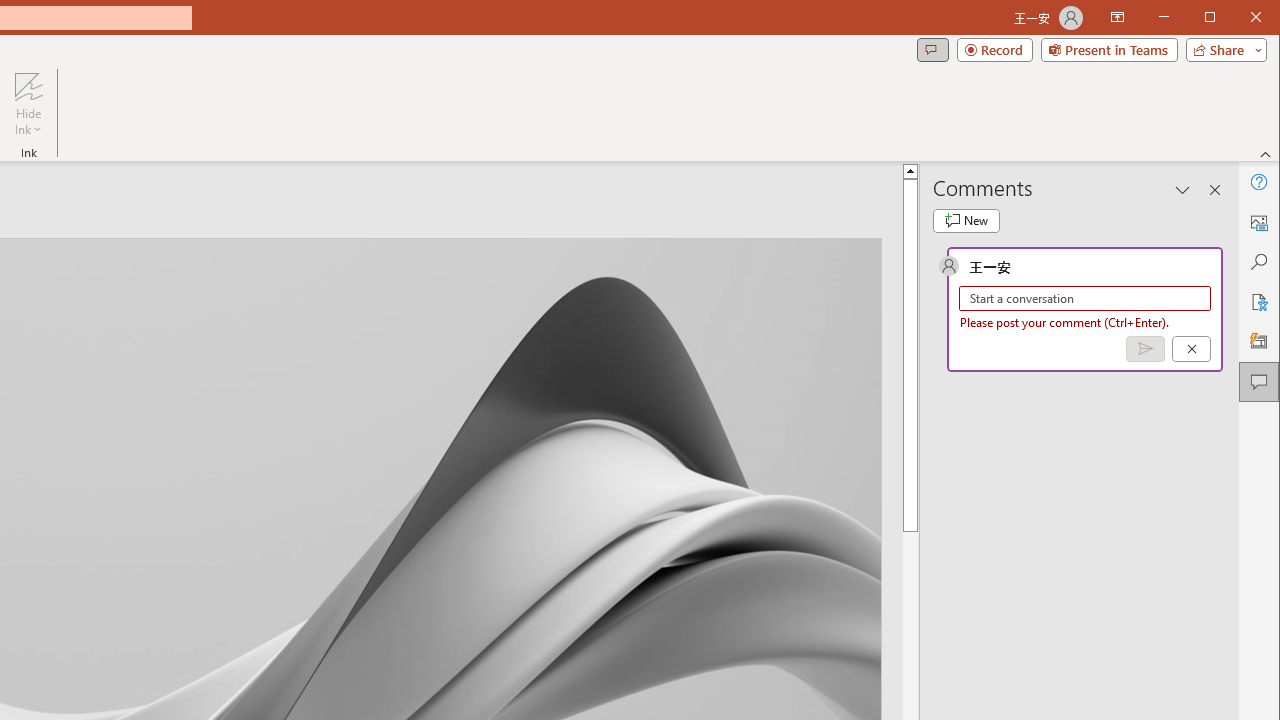 Image resolution: width=1280 pixels, height=720 pixels. What do you see at coordinates (1084, 298) in the screenshot?
I see `'Start a conversation'` at bounding box center [1084, 298].